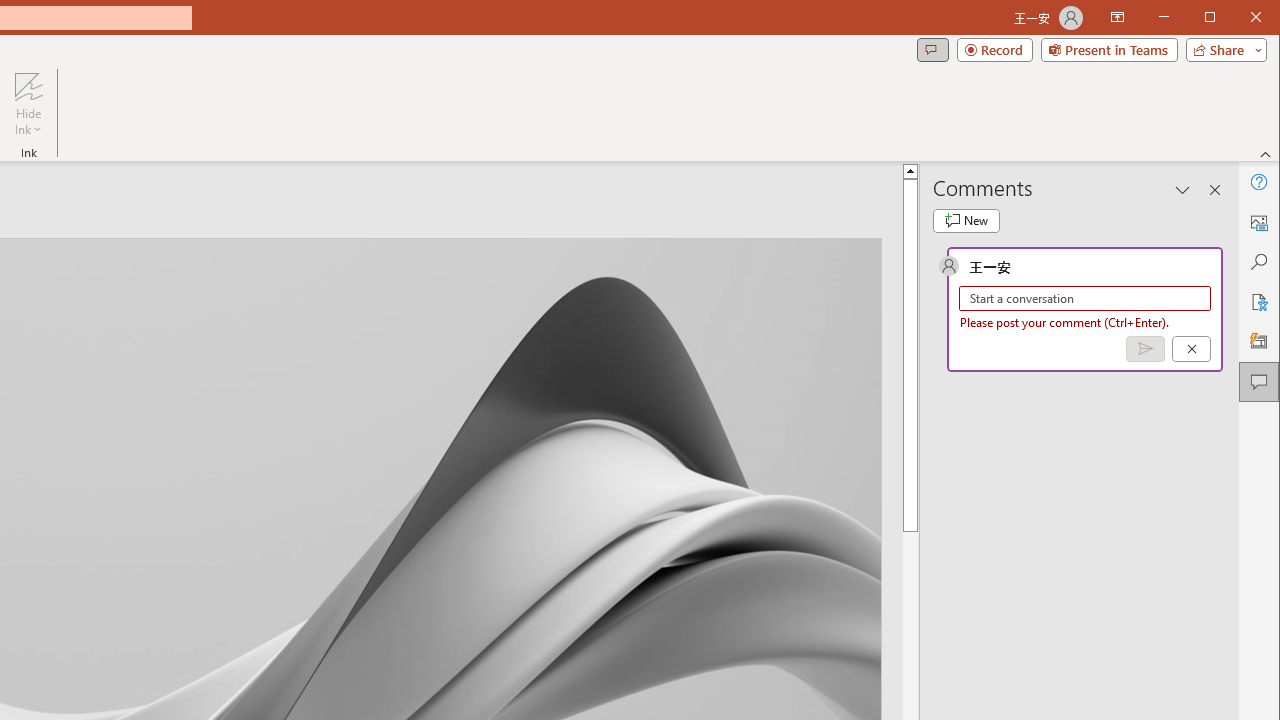 Image resolution: width=1280 pixels, height=720 pixels. What do you see at coordinates (1084, 298) in the screenshot?
I see `'Start a conversation'` at bounding box center [1084, 298].